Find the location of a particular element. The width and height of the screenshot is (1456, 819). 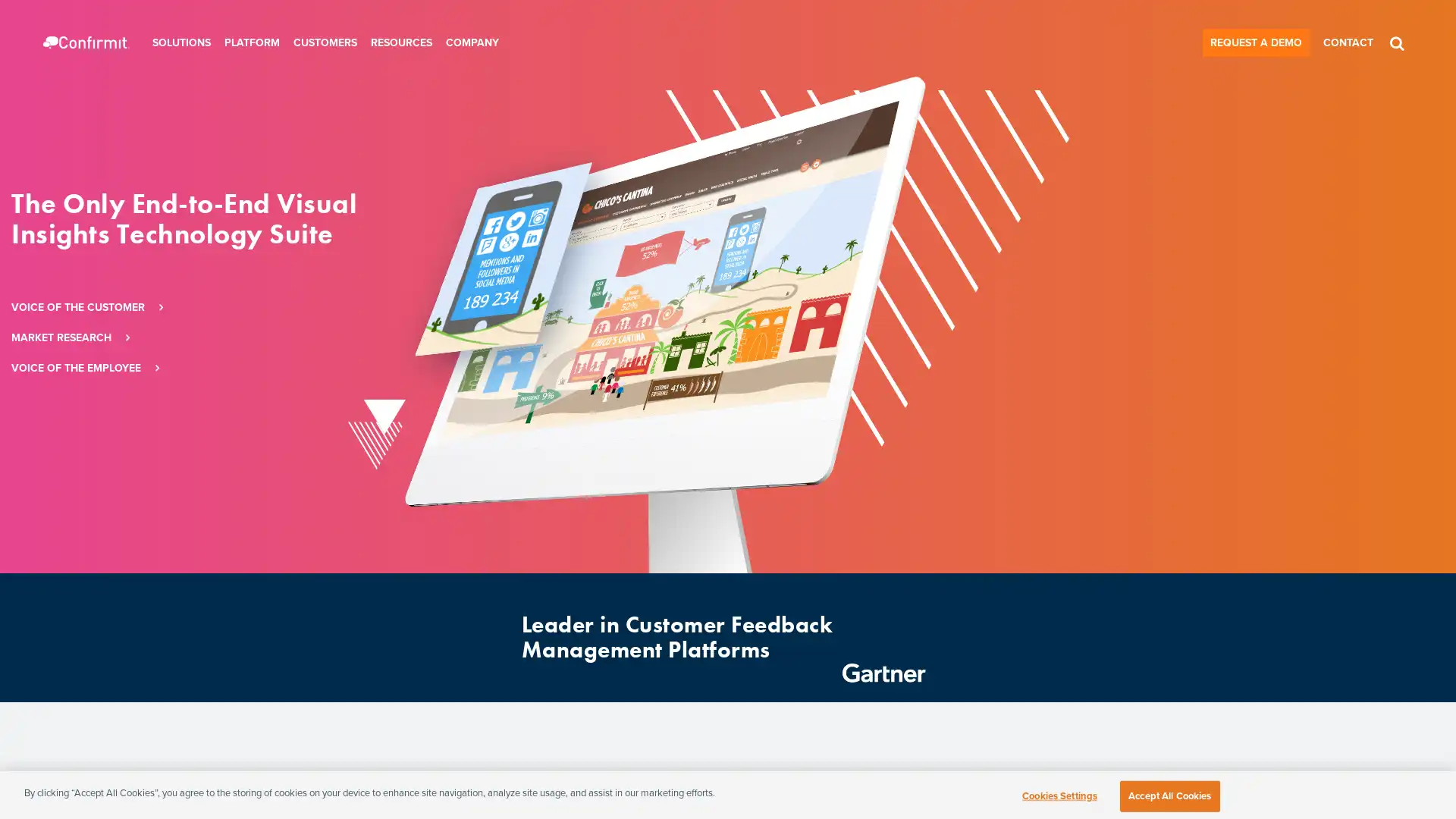

VOICE OF THE CUSTOMER is located at coordinates (373, 307).